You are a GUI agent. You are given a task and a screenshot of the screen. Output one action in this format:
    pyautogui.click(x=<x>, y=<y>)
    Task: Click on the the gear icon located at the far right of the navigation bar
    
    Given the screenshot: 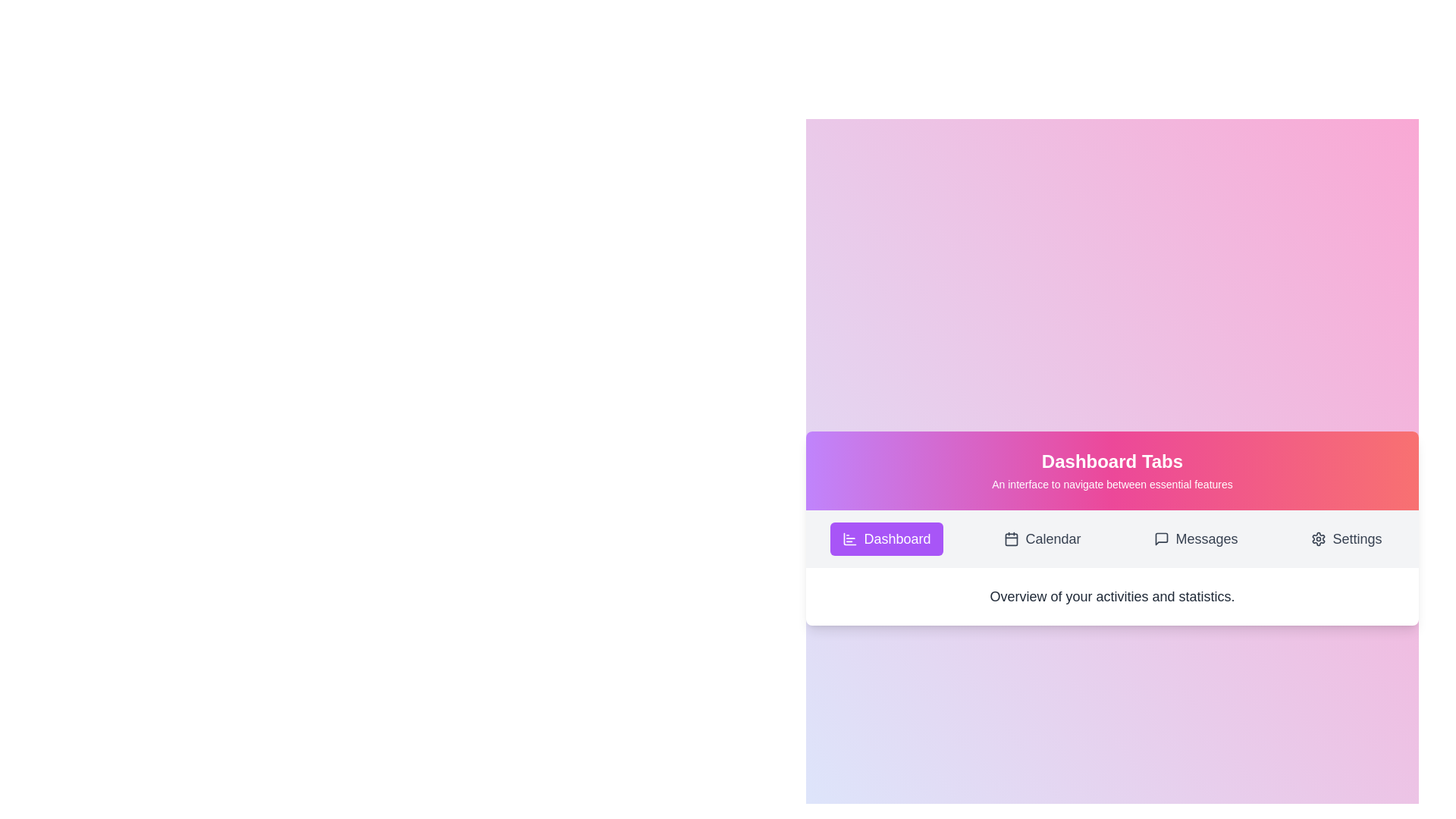 What is the action you would take?
    pyautogui.click(x=1318, y=538)
    